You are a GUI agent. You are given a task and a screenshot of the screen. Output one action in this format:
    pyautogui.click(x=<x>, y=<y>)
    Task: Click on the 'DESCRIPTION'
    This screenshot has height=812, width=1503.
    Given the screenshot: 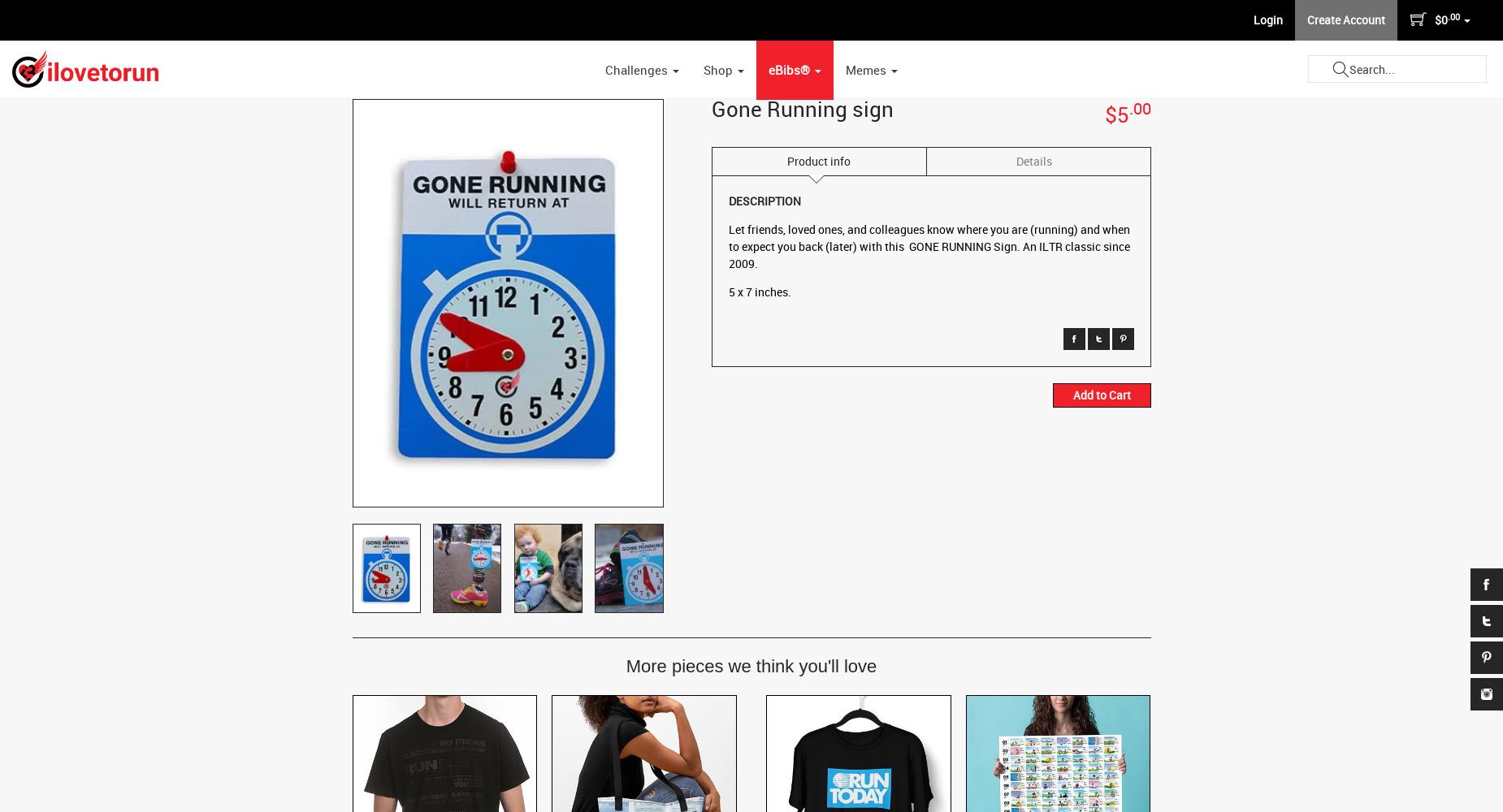 What is the action you would take?
    pyautogui.click(x=763, y=200)
    